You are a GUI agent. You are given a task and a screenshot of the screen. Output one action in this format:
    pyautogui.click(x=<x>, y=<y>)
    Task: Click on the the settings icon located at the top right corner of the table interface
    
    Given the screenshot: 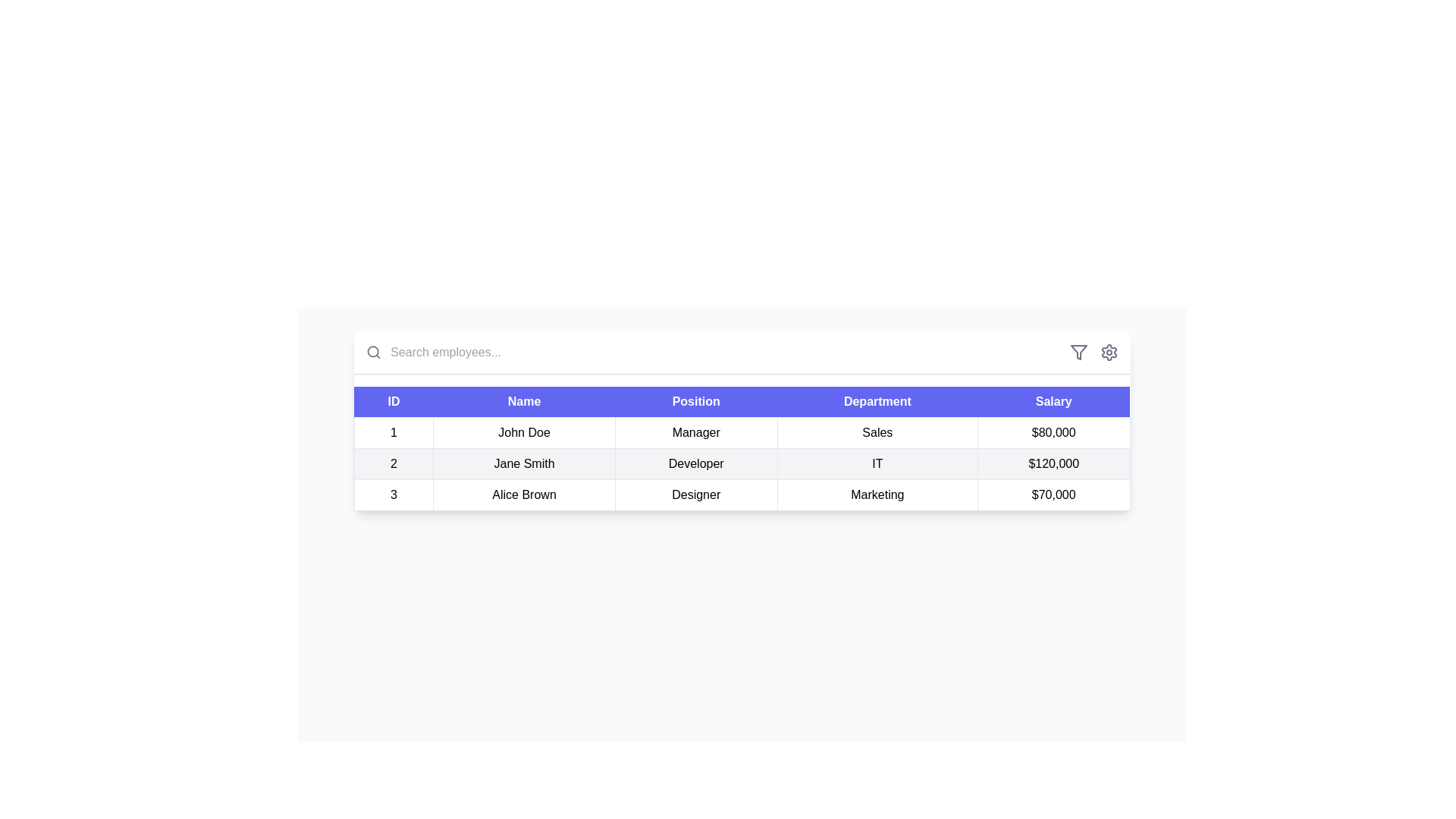 What is the action you would take?
    pyautogui.click(x=1109, y=353)
    